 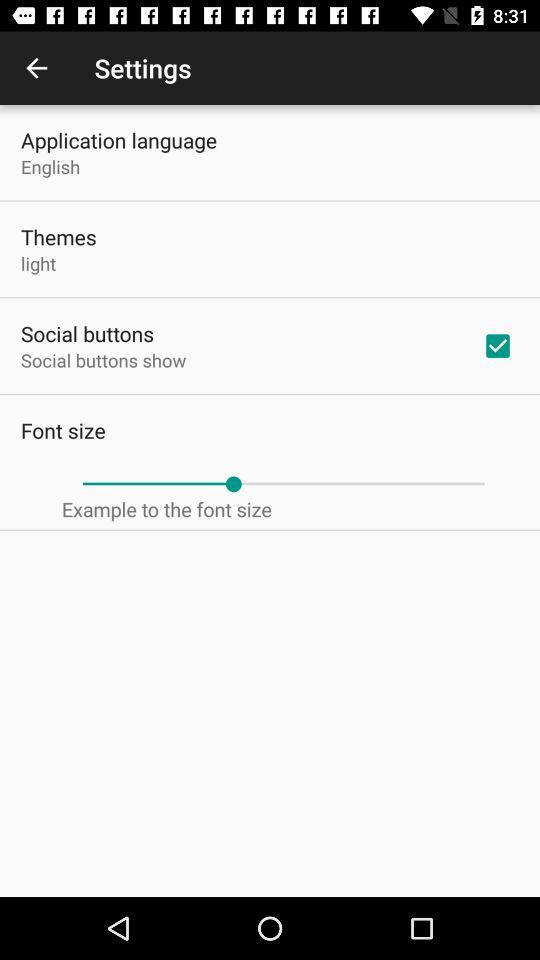 I want to click on the themes item, so click(x=58, y=237).